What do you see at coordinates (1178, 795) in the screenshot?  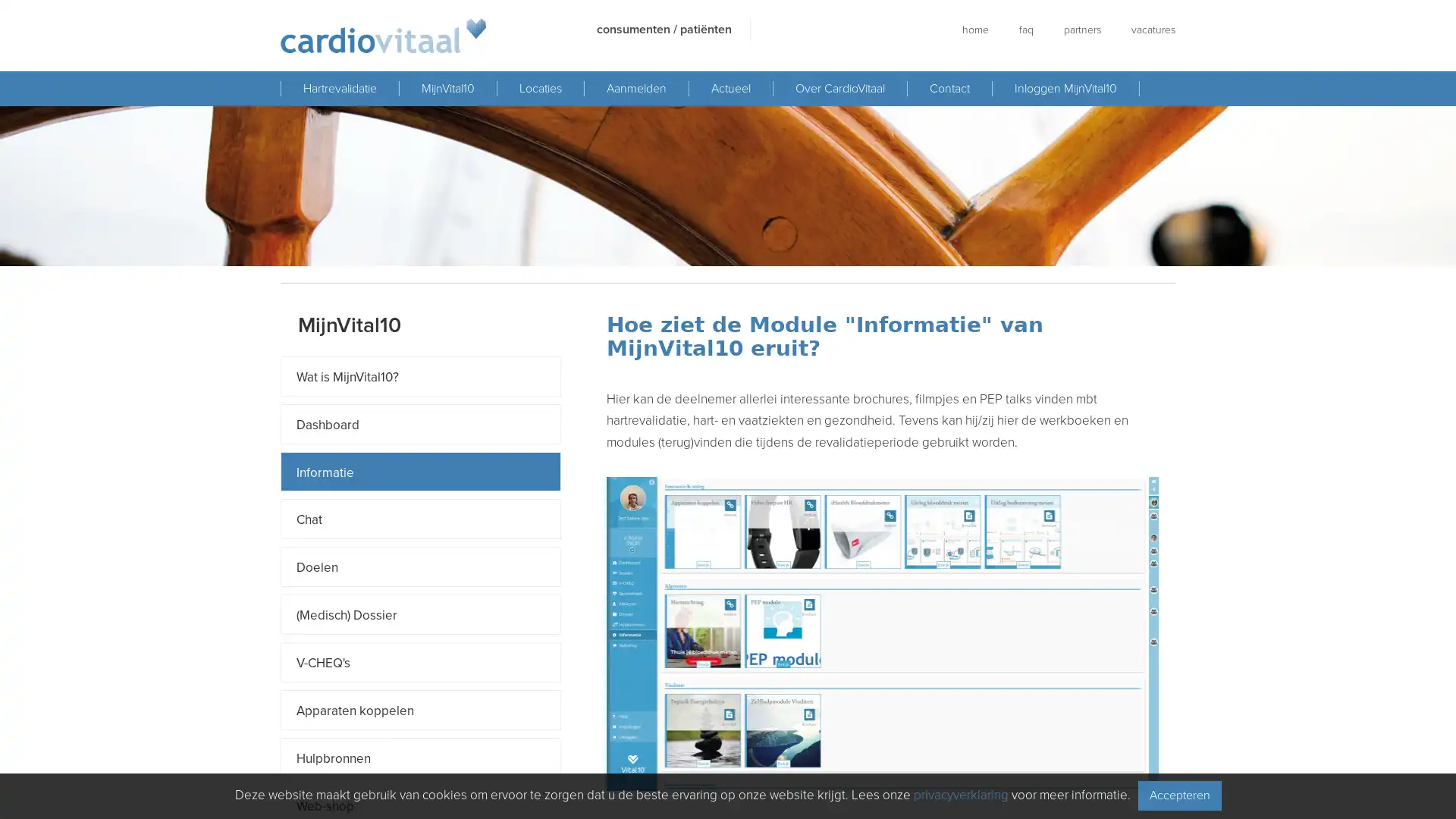 I see `Accepteren` at bounding box center [1178, 795].